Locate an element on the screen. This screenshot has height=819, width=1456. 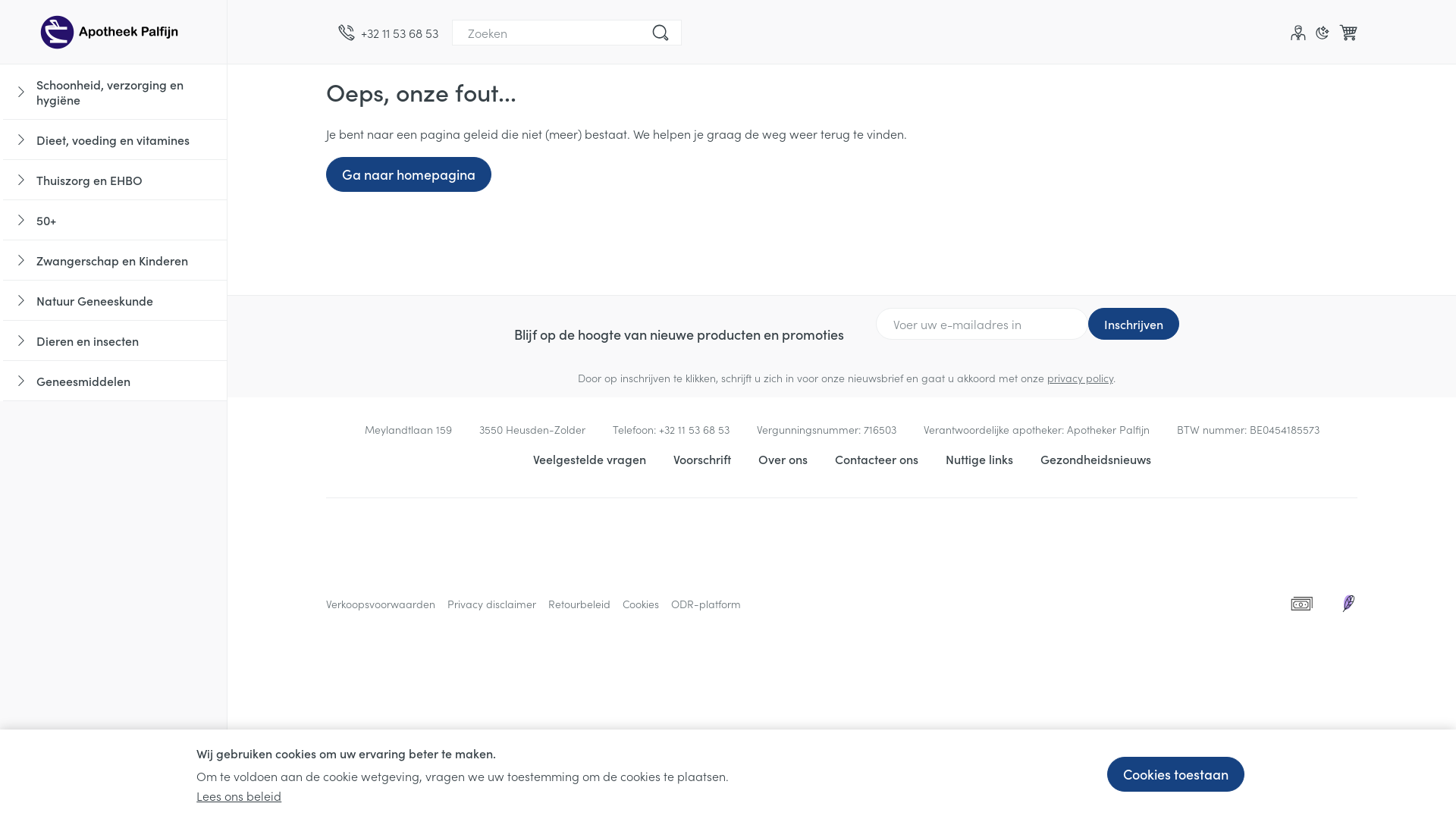
'Natuur Geneeskunde' is located at coordinates (114, 300).